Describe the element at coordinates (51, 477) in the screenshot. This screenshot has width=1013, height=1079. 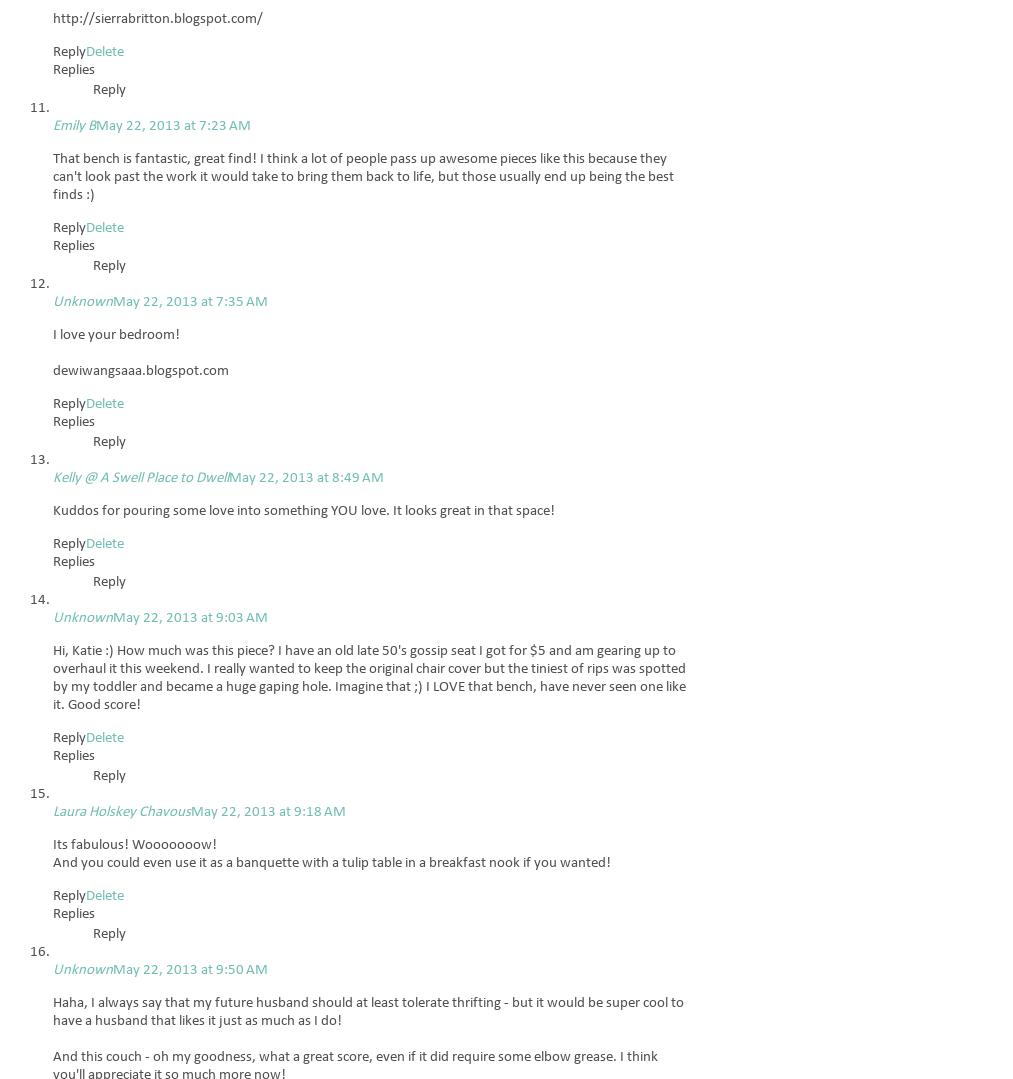
I see `'Kelly @ A Swell Place to Dwell'` at that location.